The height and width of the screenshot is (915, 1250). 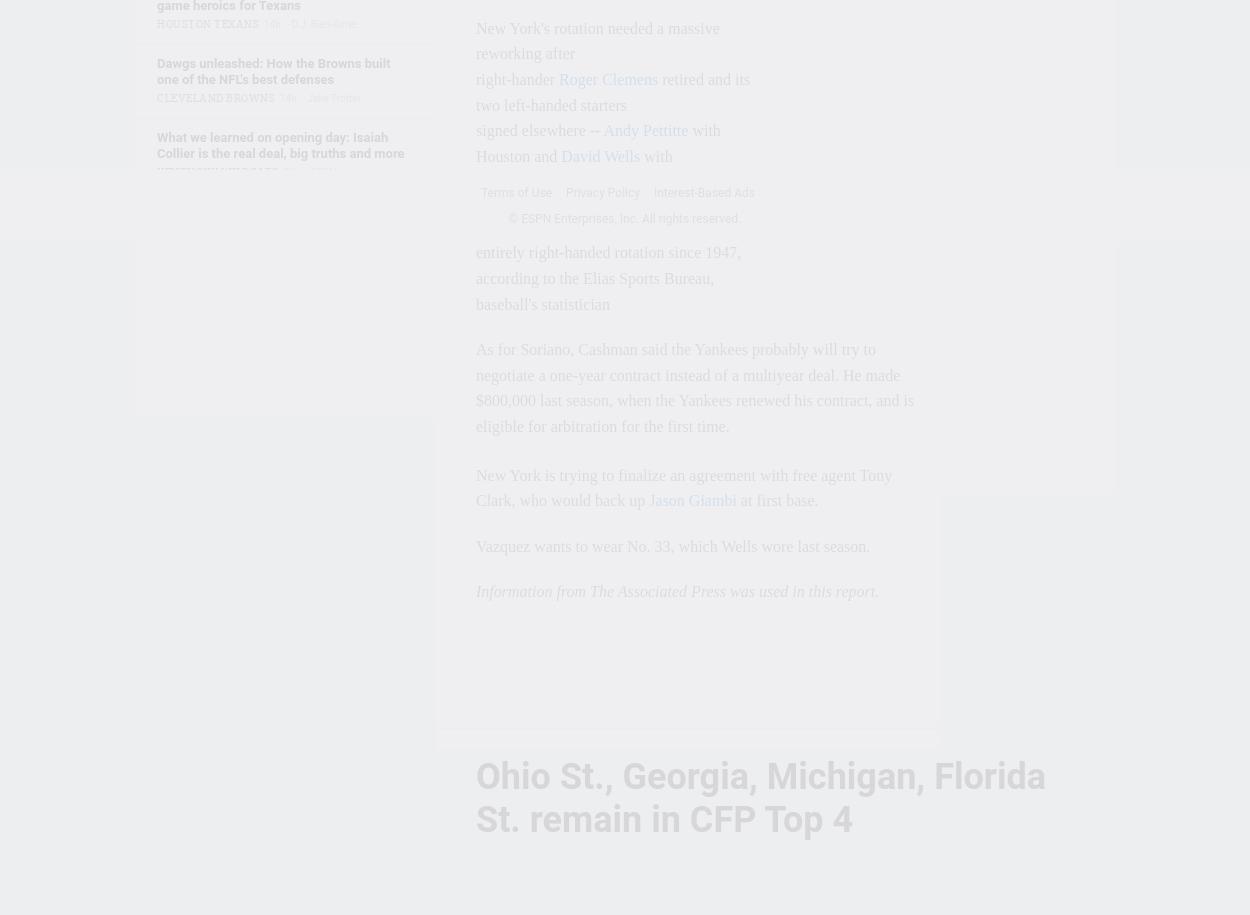 What do you see at coordinates (157, 96) in the screenshot?
I see `'Cleveland Browns'` at bounding box center [157, 96].